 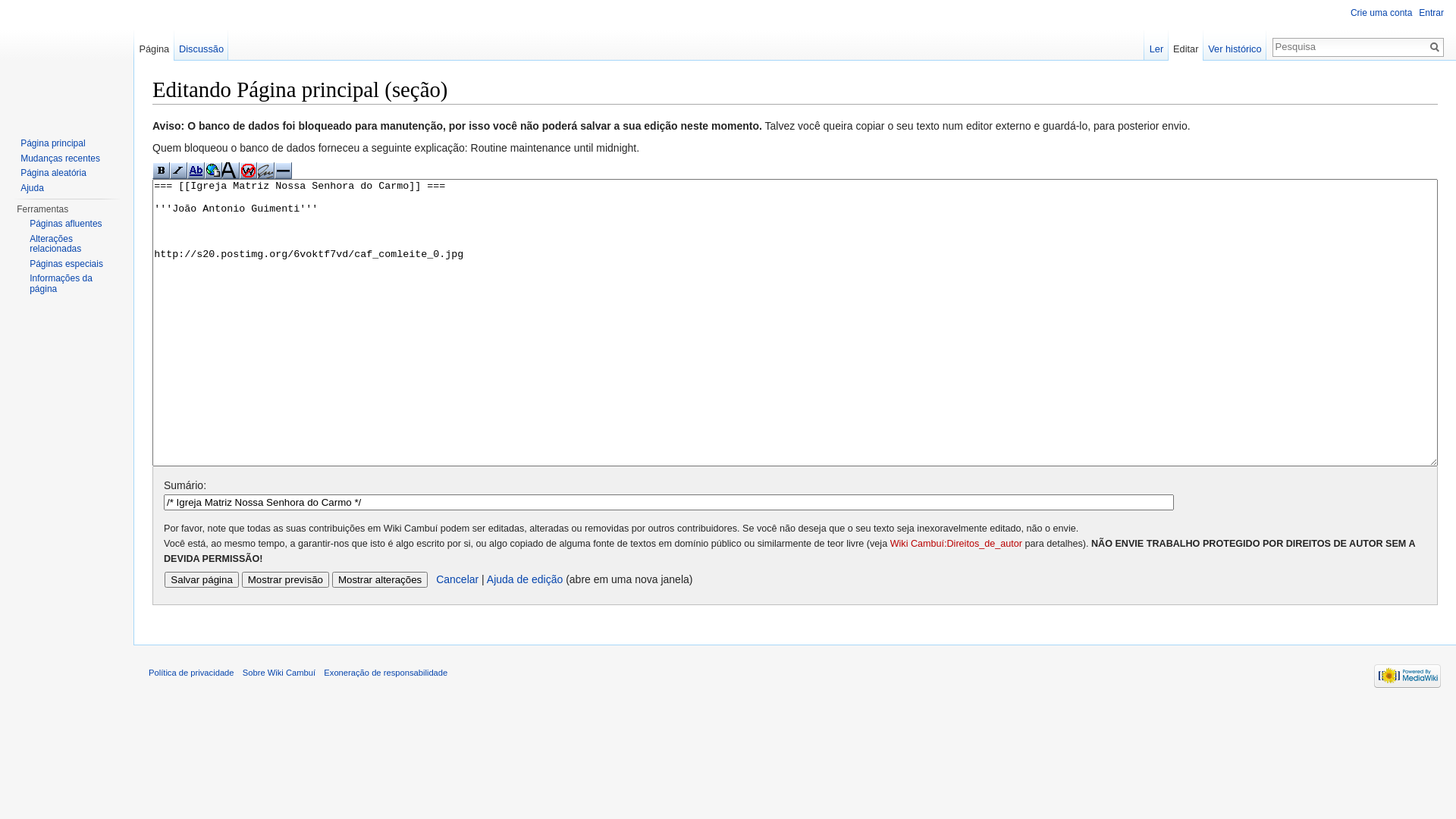 I want to click on 'Editar', so click(x=1185, y=45).